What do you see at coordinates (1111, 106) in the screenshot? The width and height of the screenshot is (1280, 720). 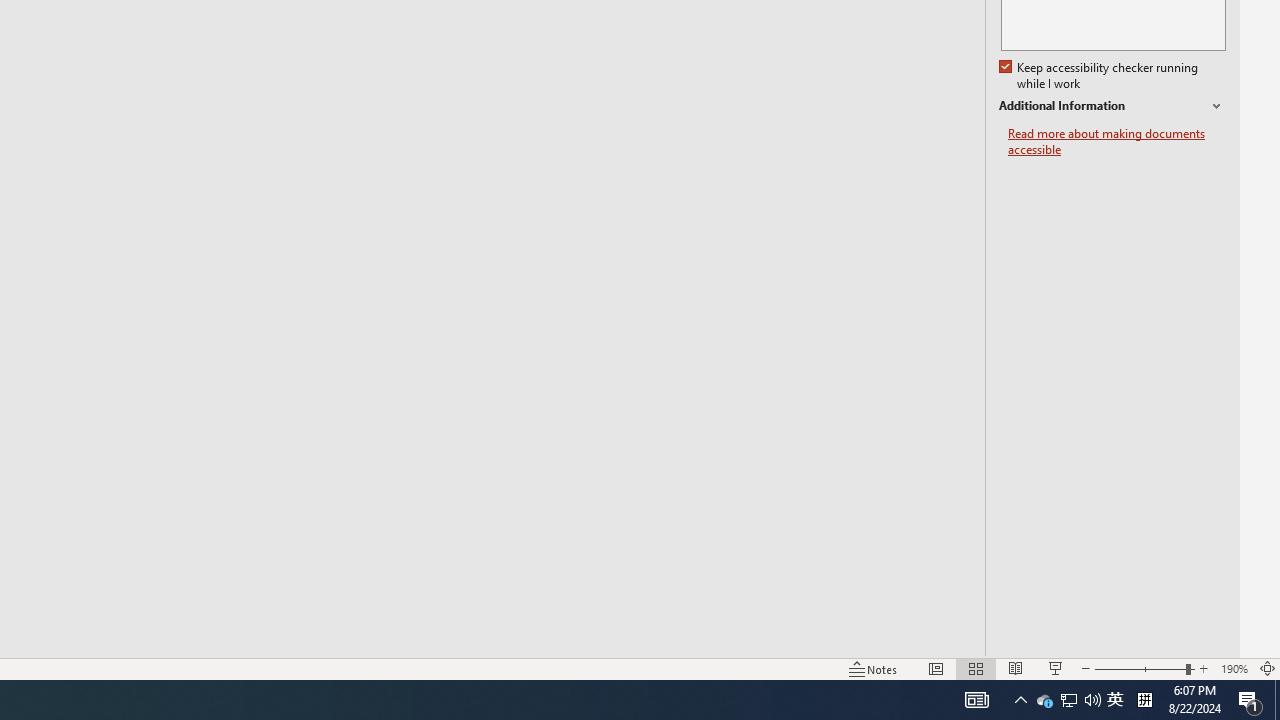 I see `'Additional Information'` at bounding box center [1111, 106].